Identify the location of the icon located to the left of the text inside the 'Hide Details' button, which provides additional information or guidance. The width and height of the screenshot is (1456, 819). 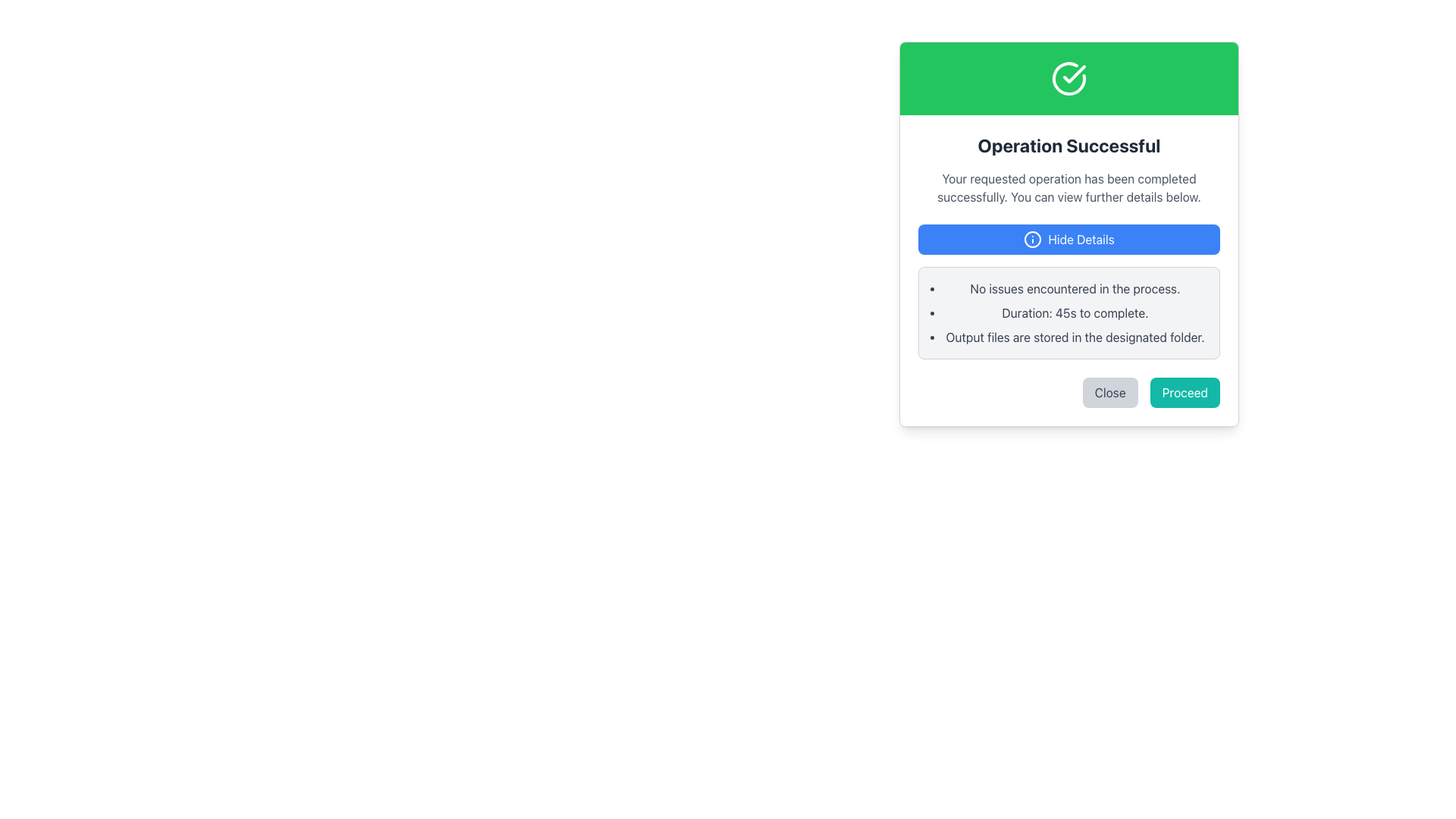
(1032, 239).